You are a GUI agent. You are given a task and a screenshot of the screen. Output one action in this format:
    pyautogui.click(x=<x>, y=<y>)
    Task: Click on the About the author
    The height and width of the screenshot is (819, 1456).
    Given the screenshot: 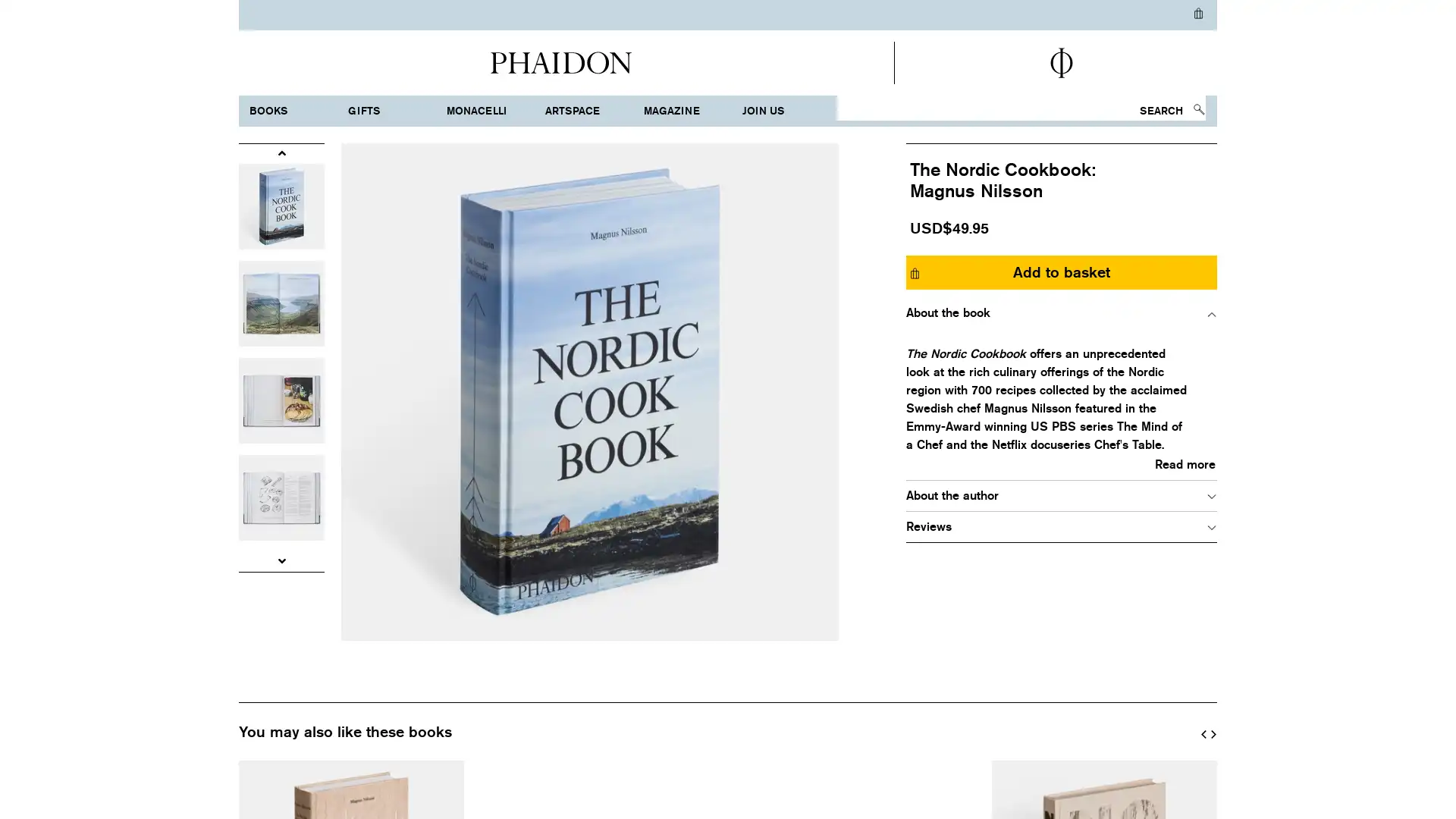 What is the action you would take?
    pyautogui.click(x=1061, y=494)
    